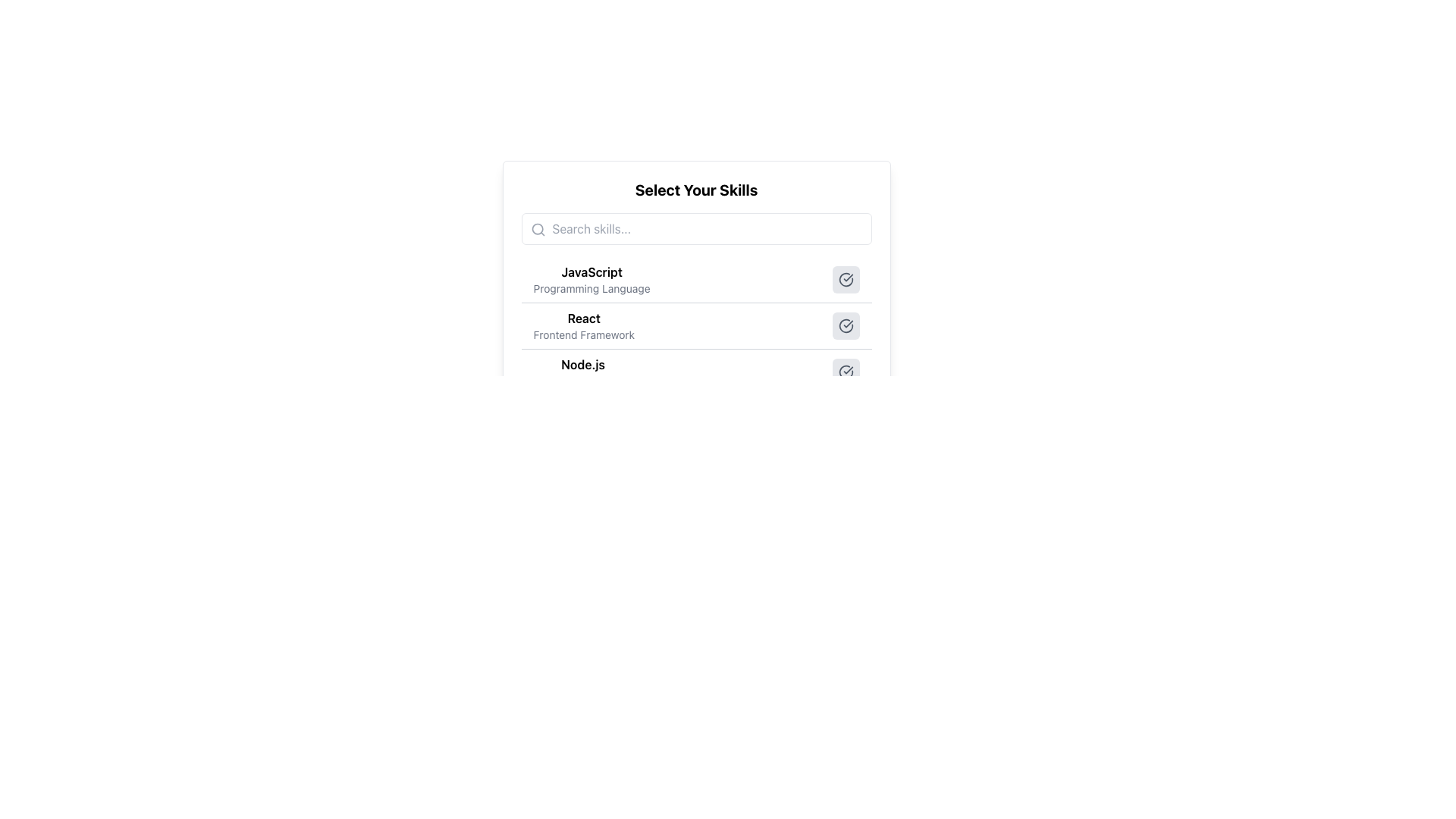 The height and width of the screenshot is (819, 1456). Describe the element at coordinates (583, 325) in the screenshot. I see `the Label displaying 'React' with the subtitle 'Frontend Framework' in the 'Select Your Skills' section, which is the second option in the list` at that location.